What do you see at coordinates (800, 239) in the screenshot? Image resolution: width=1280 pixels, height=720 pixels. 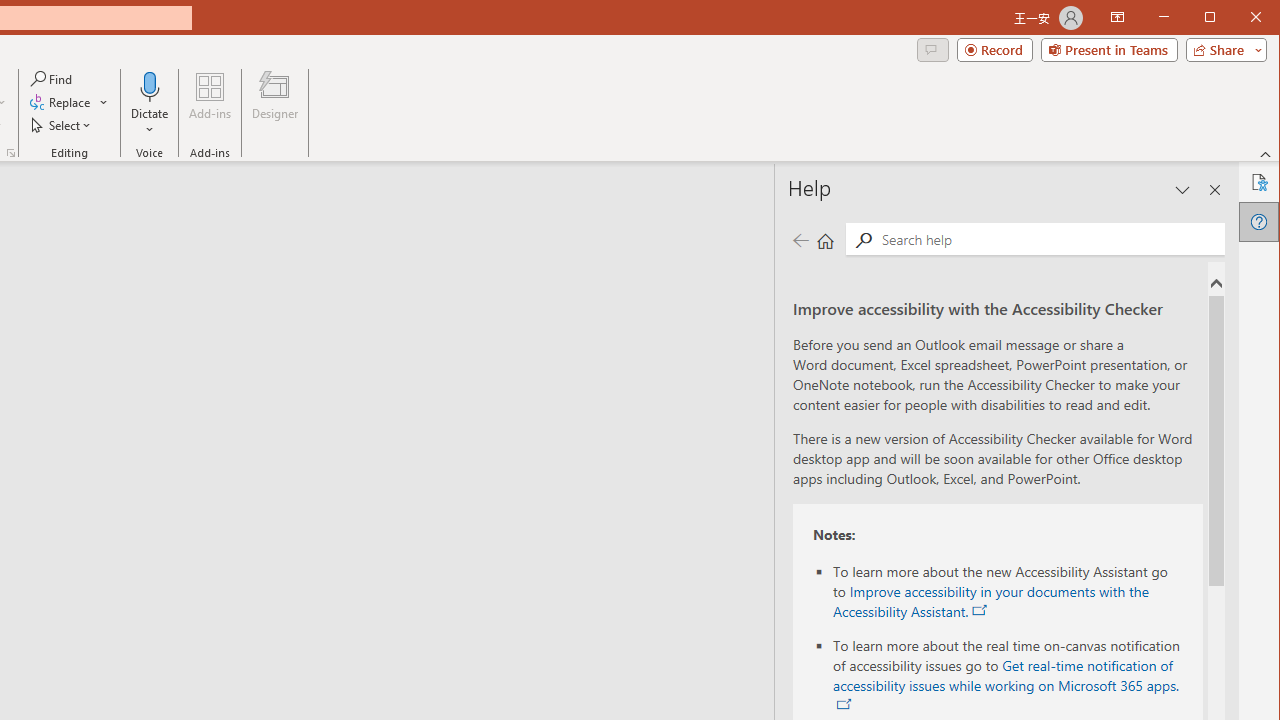 I see `'Previous page'` at bounding box center [800, 239].